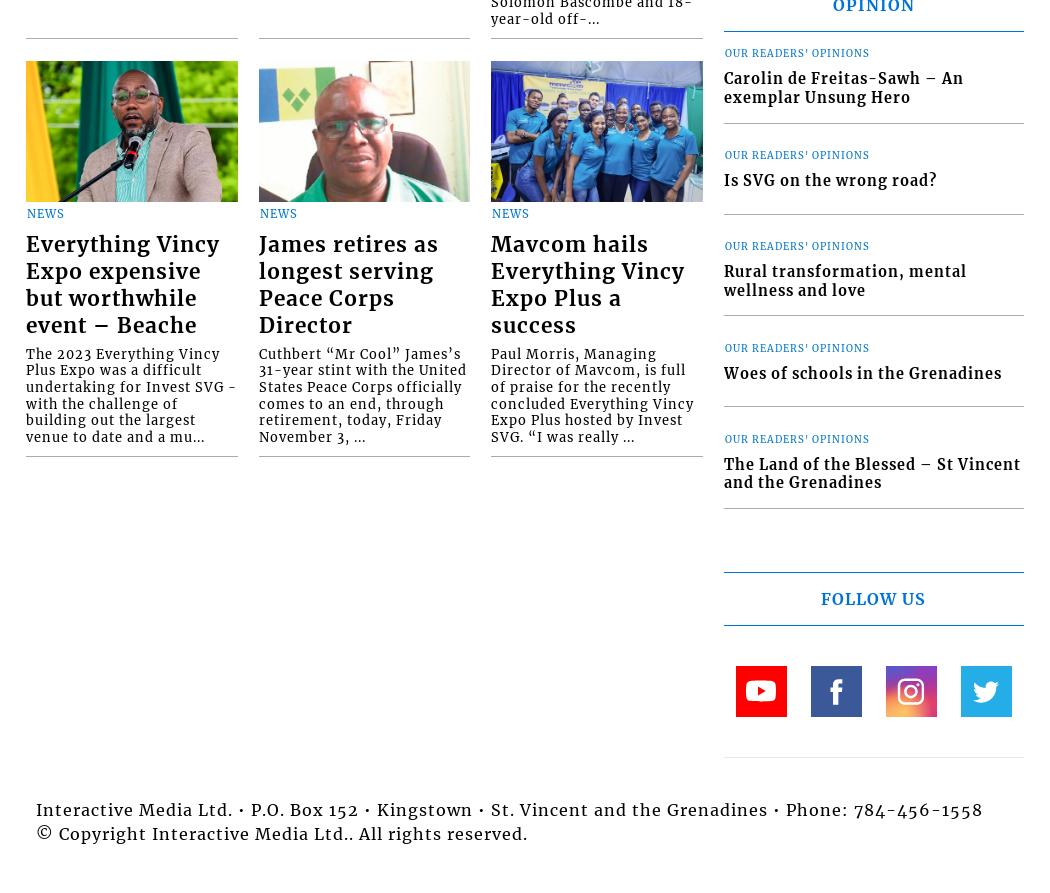  Describe the element at coordinates (829, 179) in the screenshot. I see `'Is SVG on the wrong road?'` at that location.